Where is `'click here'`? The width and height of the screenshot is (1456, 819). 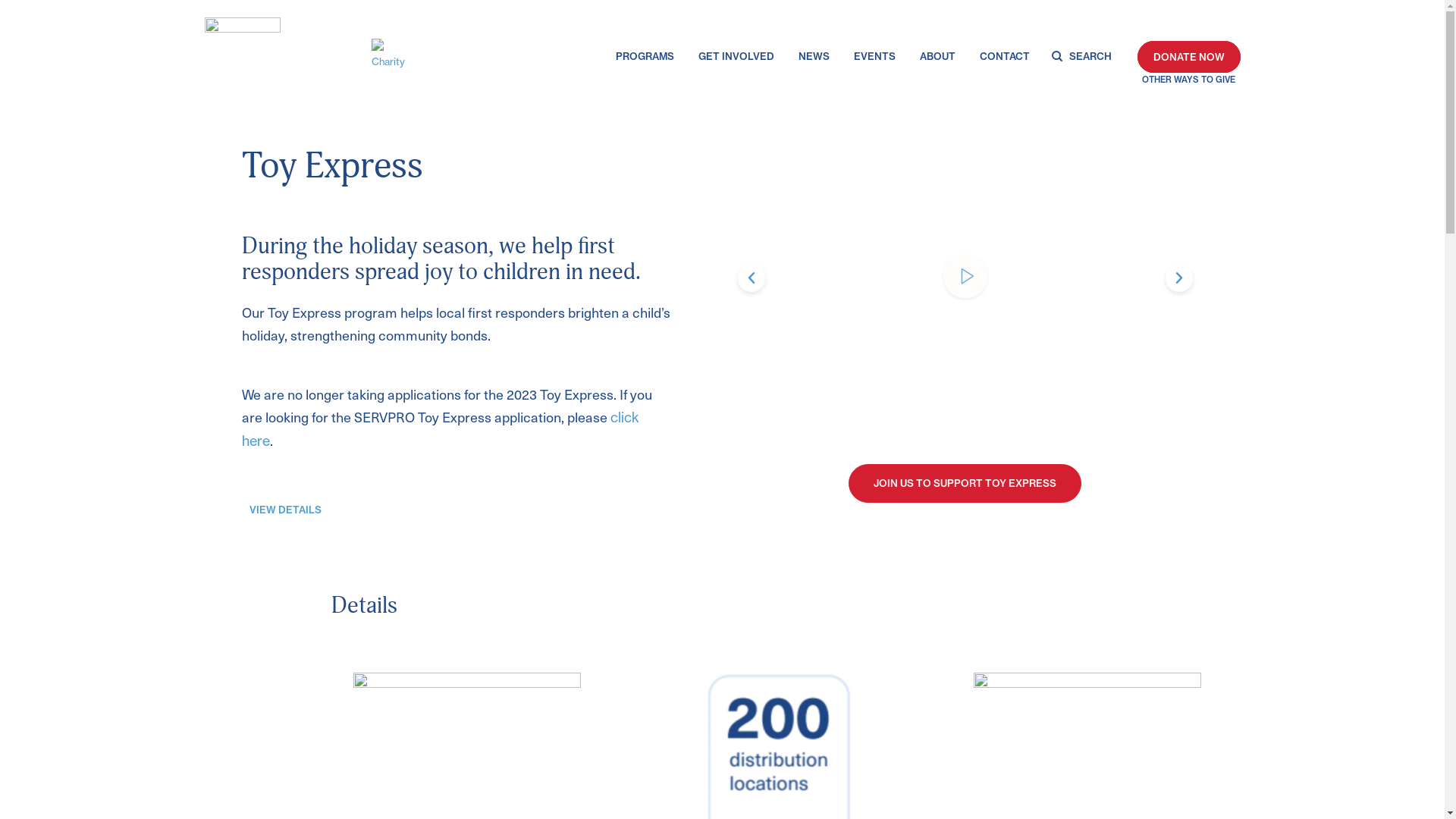 'click here' is located at coordinates (439, 429).